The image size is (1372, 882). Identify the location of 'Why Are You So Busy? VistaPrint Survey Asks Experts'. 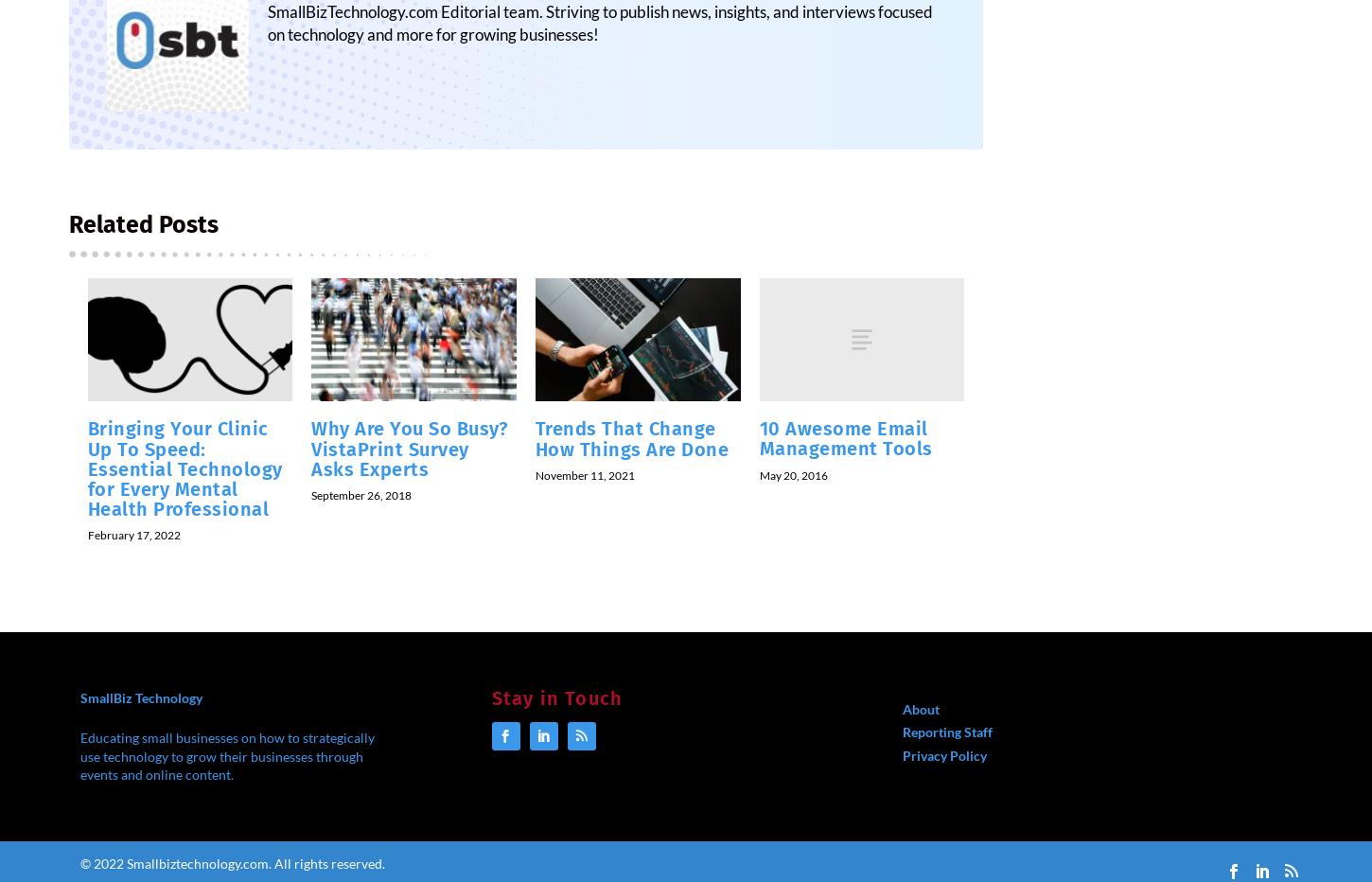
(408, 459).